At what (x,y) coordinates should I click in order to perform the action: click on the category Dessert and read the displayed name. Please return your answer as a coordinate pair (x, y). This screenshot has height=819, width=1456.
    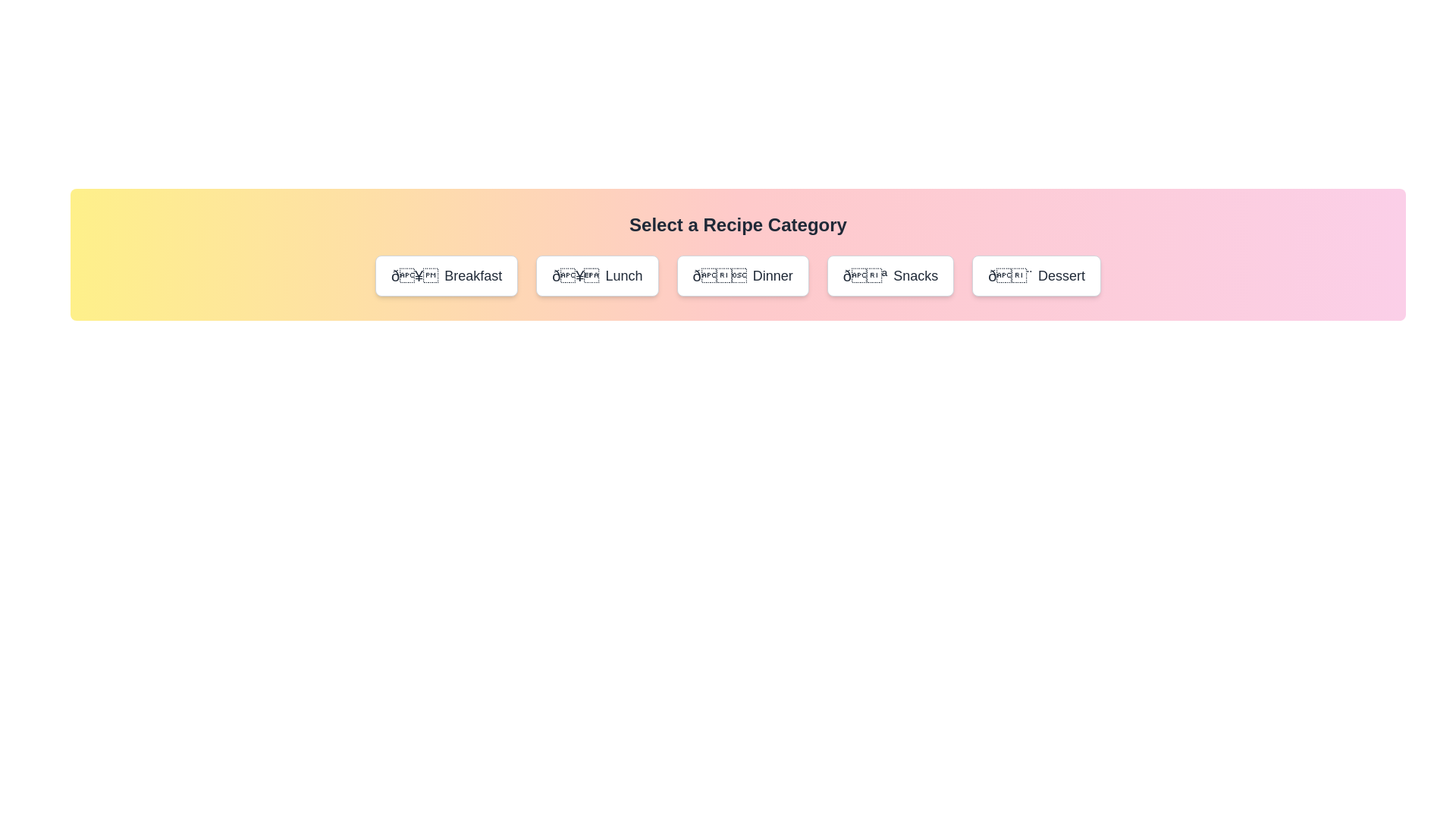
    Looking at the image, I should click on (1036, 275).